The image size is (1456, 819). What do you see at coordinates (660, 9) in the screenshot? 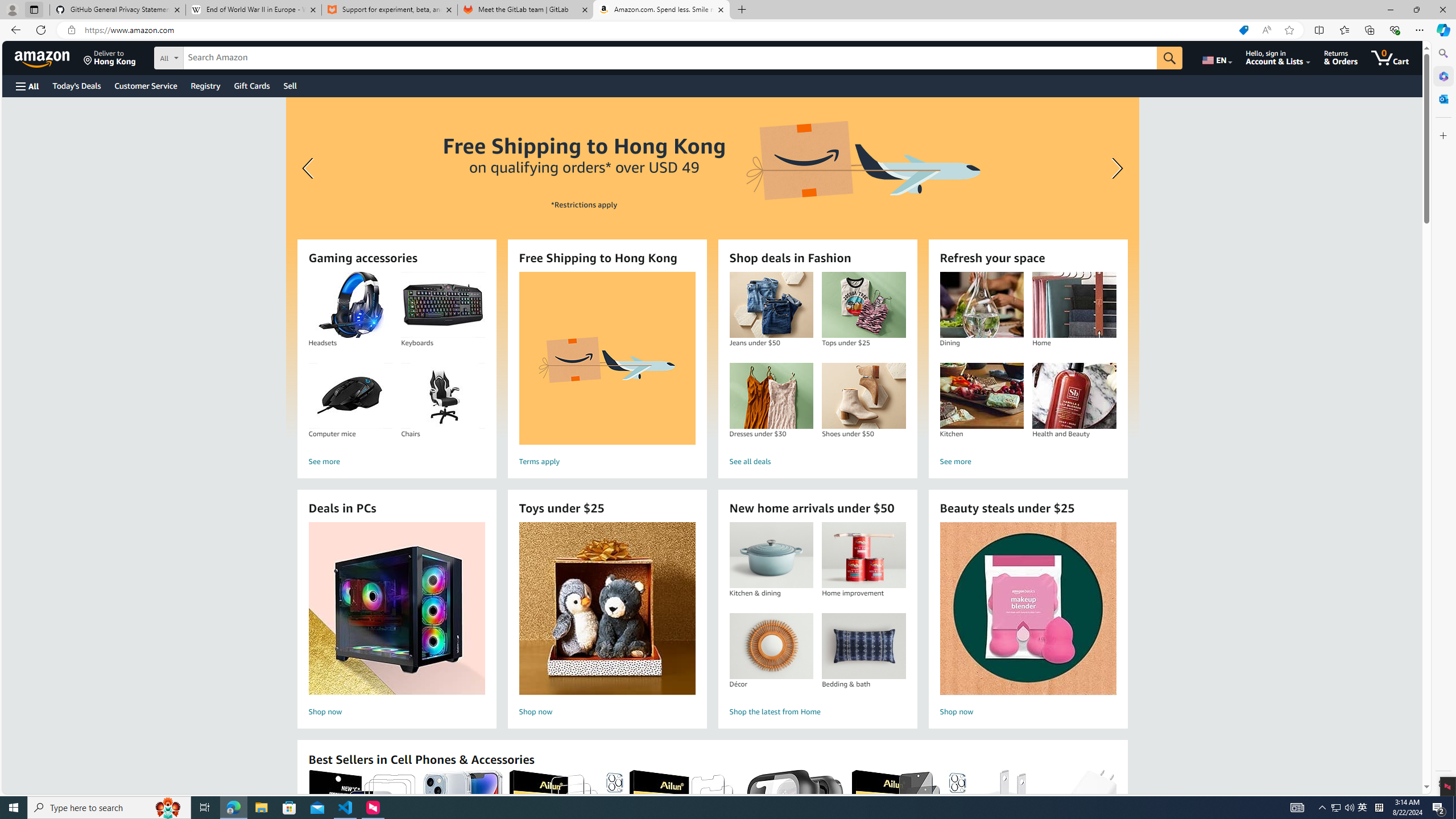
I see `'Amazon.com. Spend less. Smile more.'` at bounding box center [660, 9].